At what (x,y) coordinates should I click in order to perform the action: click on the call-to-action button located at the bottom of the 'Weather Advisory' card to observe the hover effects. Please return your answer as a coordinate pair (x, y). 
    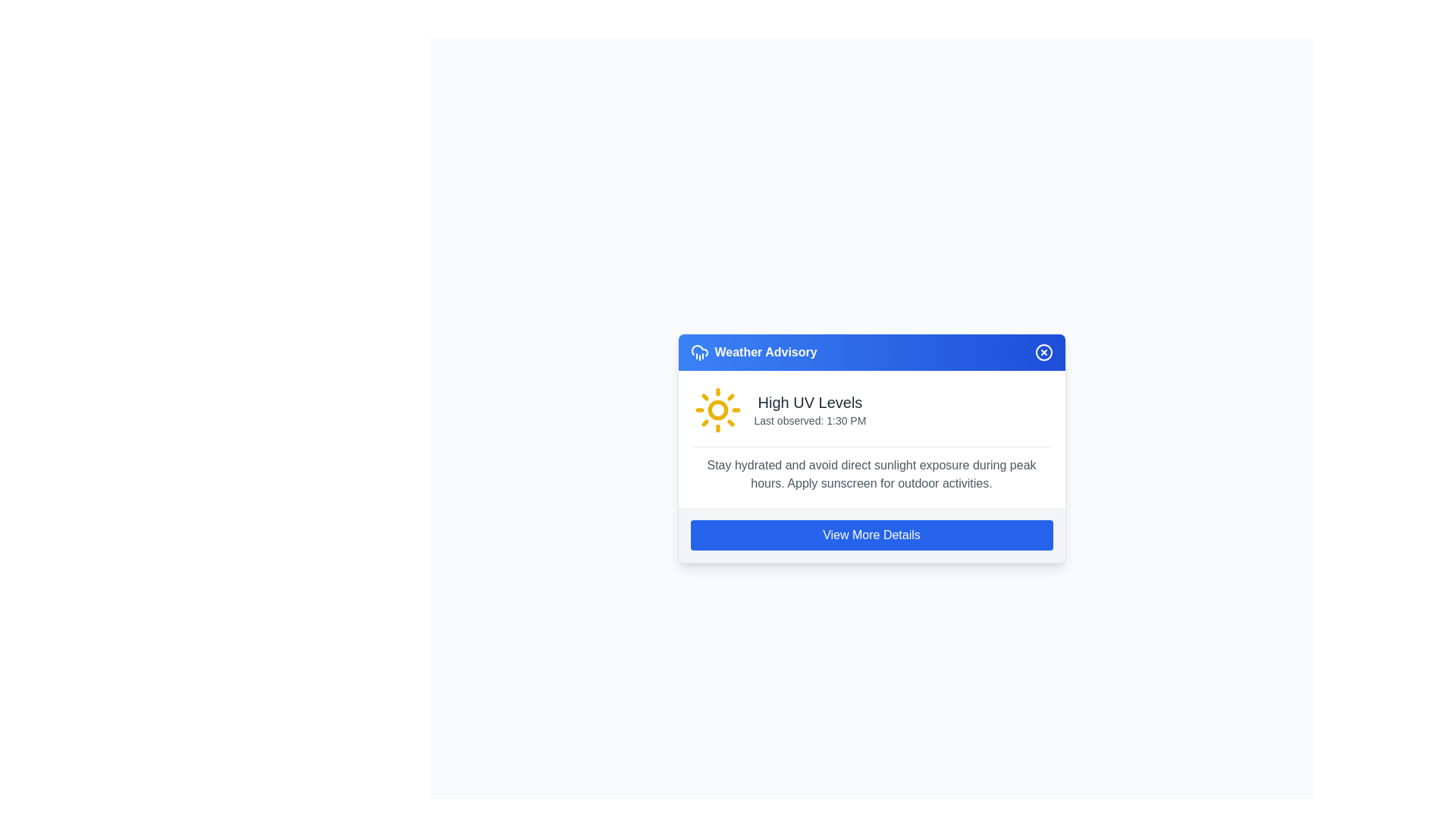
    Looking at the image, I should click on (871, 534).